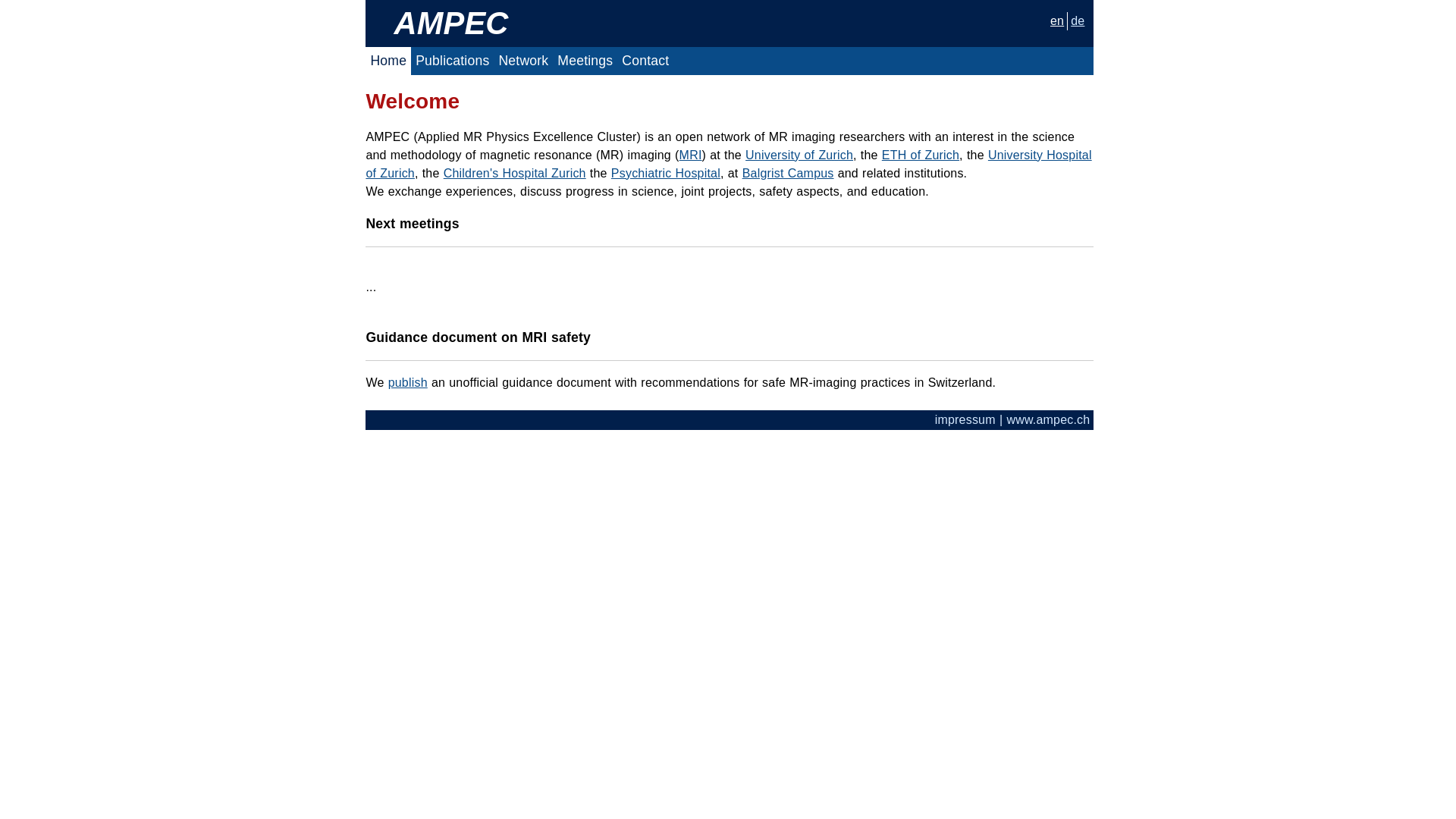 The image size is (1456, 819). What do you see at coordinates (388, 381) in the screenshot?
I see `'publish'` at bounding box center [388, 381].